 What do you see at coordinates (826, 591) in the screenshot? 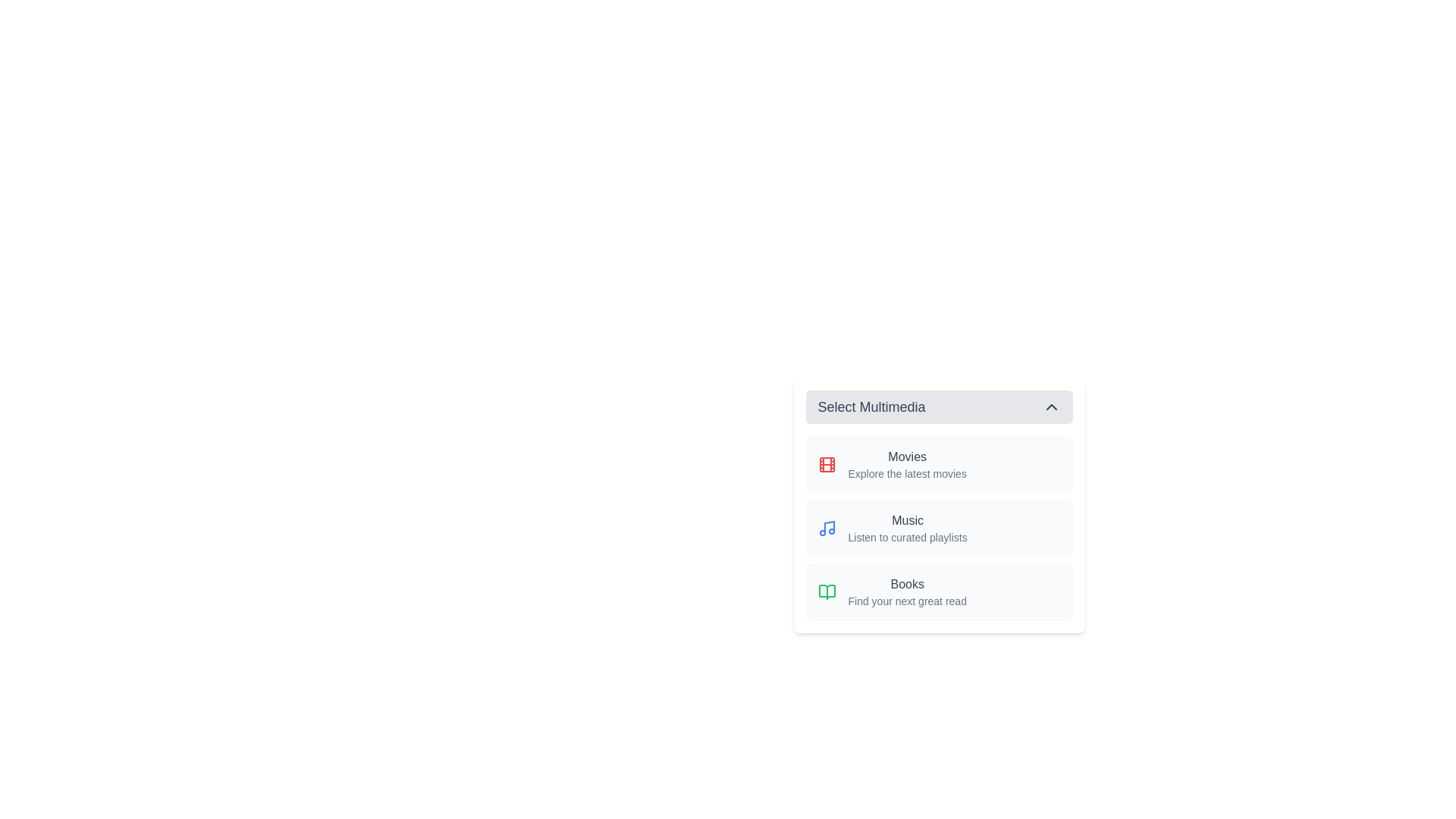
I see `the green book icon located at the top left corner of the 'Books' multimedia selection card, preceding the title and subtitle text` at bounding box center [826, 591].